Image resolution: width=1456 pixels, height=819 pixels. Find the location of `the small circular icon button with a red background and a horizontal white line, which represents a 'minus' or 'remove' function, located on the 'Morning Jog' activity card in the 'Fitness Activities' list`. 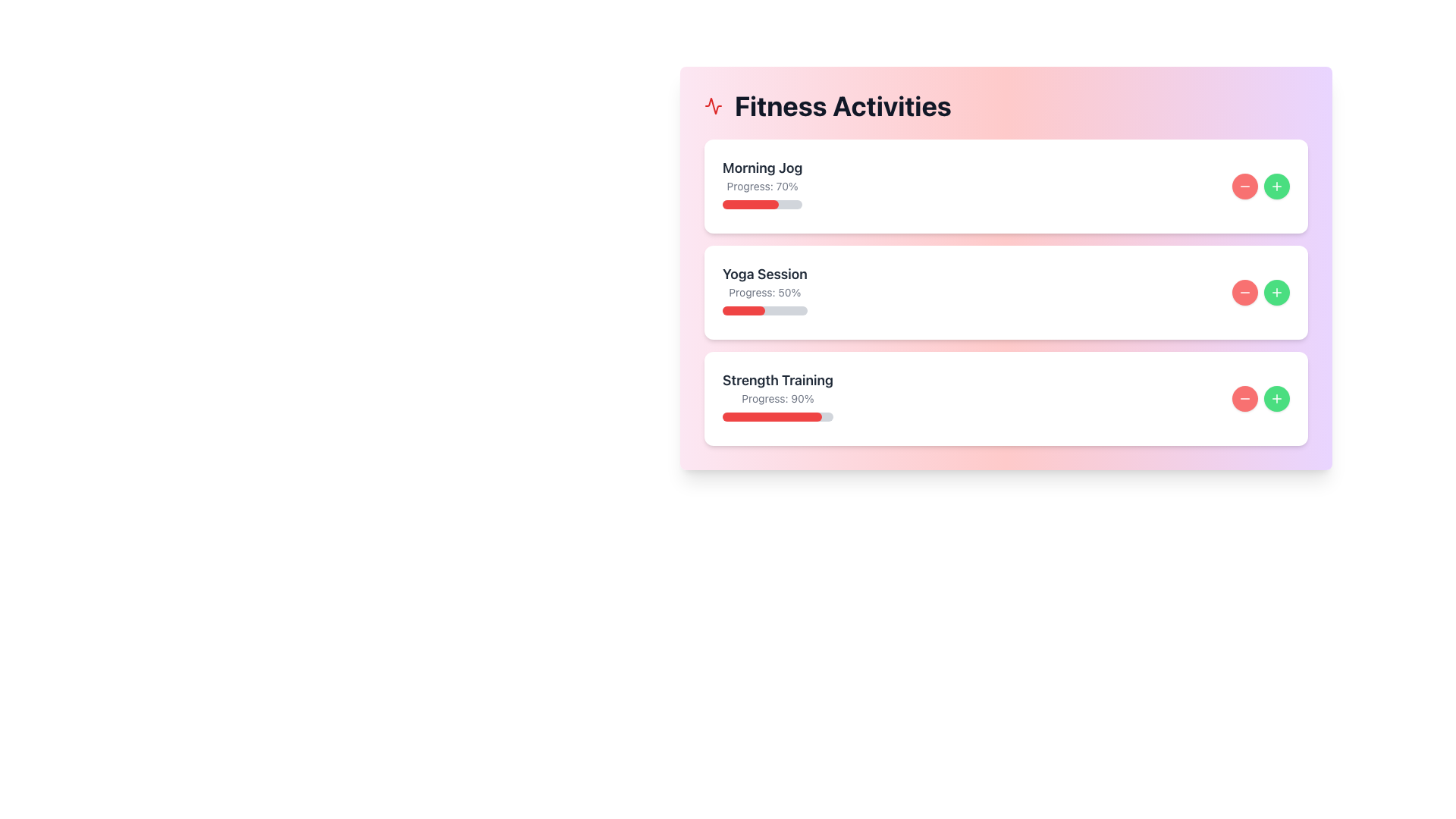

the small circular icon button with a red background and a horizontal white line, which represents a 'minus' or 'remove' function, located on the 'Morning Jog' activity card in the 'Fitness Activities' list is located at coordinates (1244, 397).